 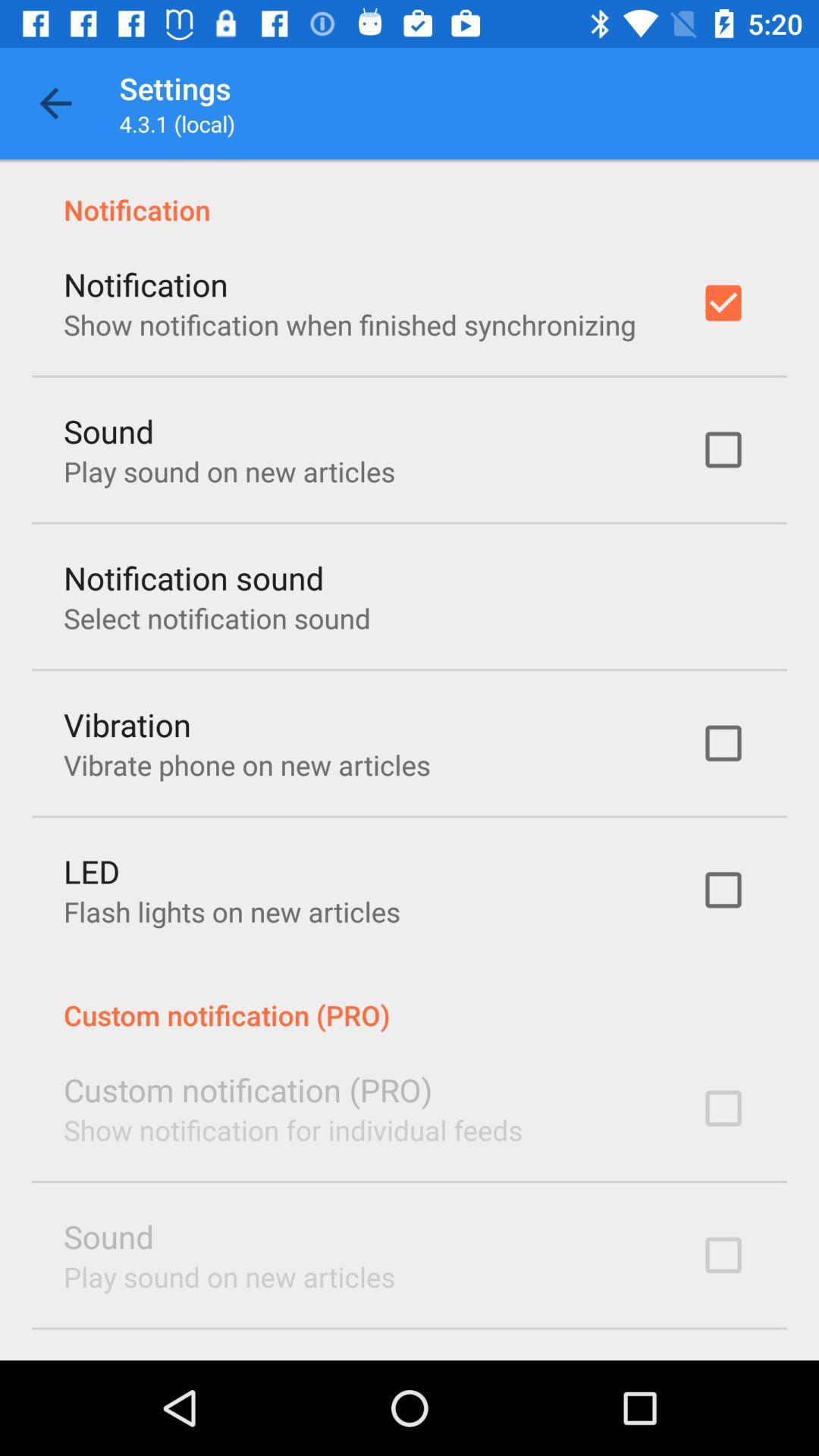 What do you see at coordinates (127, 723) in the screenshot?
I see `item above vibrate phone on` at bounding box center [127, 723].